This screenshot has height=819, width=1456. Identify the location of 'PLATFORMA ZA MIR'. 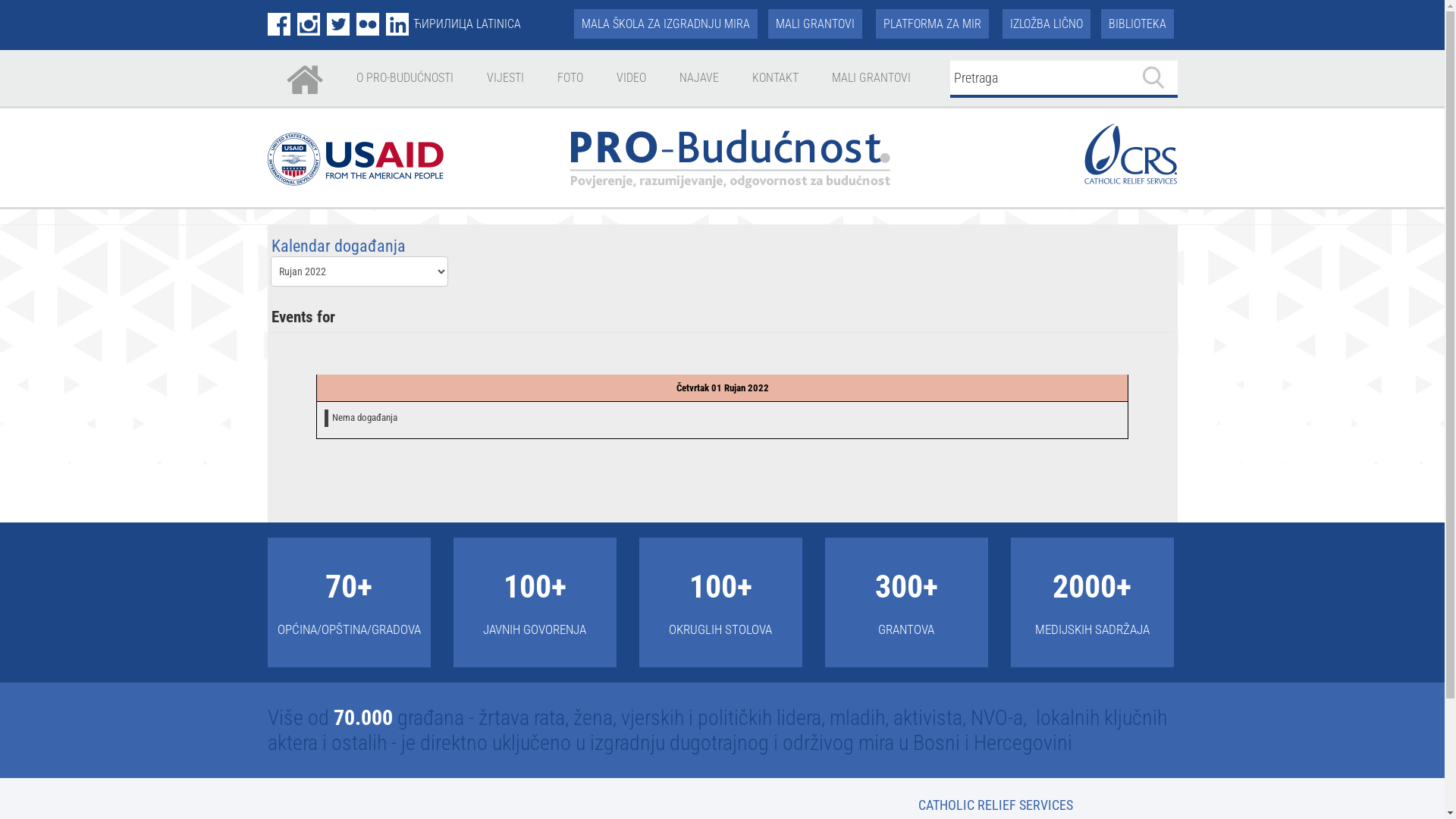
(930, 24).